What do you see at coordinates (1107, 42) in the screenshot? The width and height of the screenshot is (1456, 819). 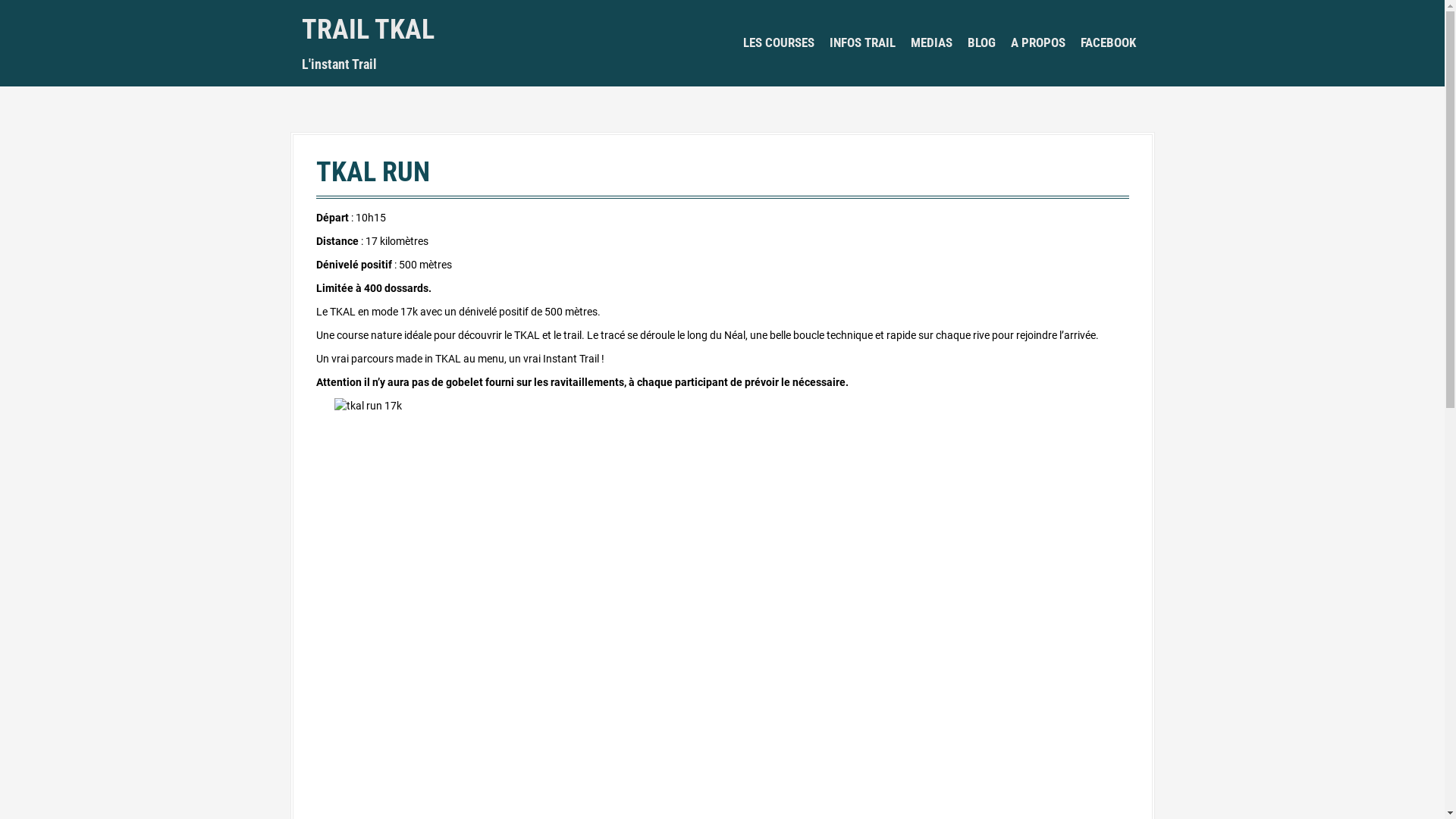 I see `'FACEBOOK'` at bounding box center [1107, 42].